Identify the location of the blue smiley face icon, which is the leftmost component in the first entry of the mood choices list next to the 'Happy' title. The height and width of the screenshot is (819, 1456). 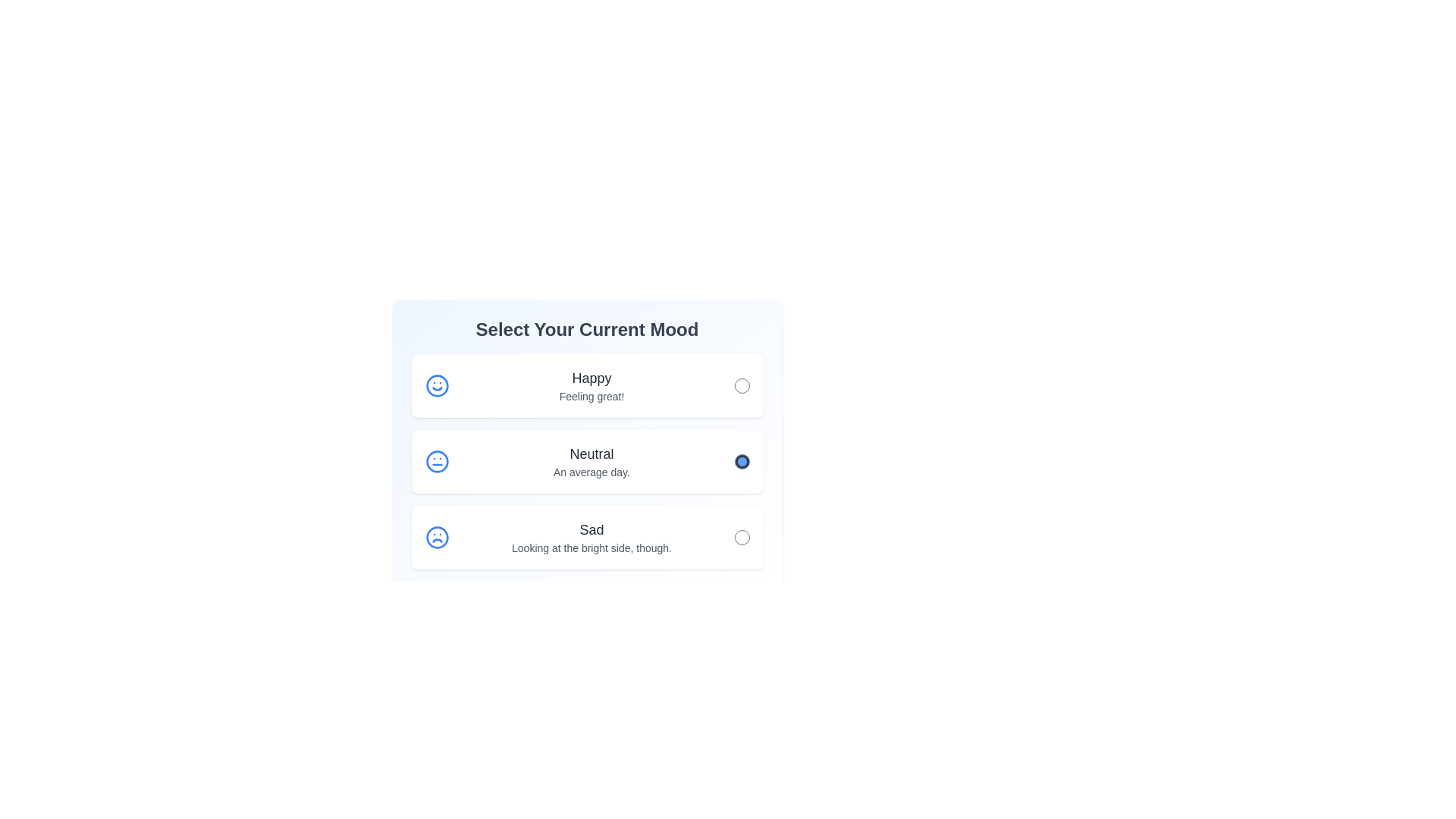
(436, 385).